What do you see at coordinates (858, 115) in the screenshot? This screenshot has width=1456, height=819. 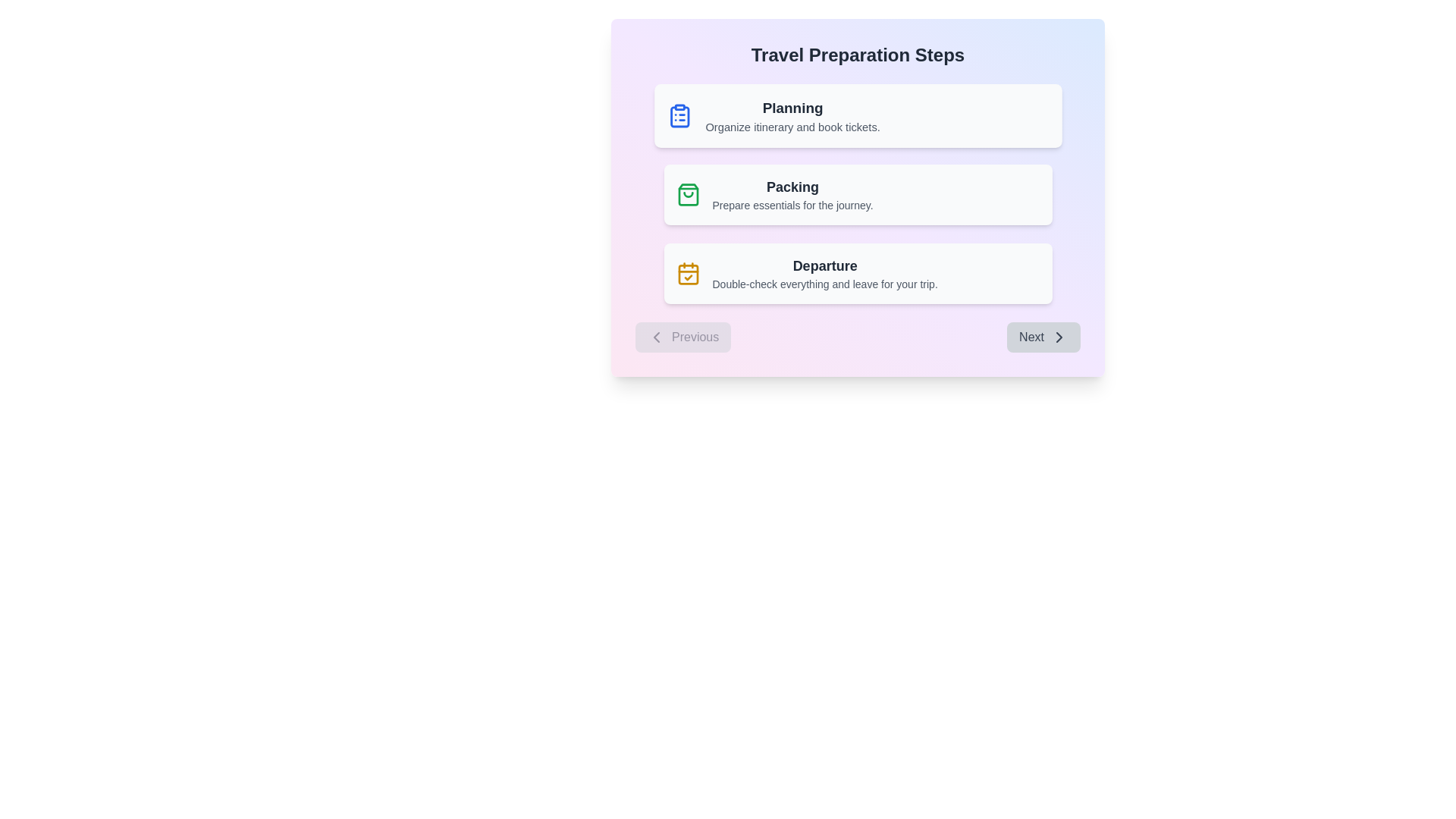 I see `the informational card or panel displaying the clipboard icon and the text 'Planning' which is the first item in a vertical list` at bounding box center [858, 115].